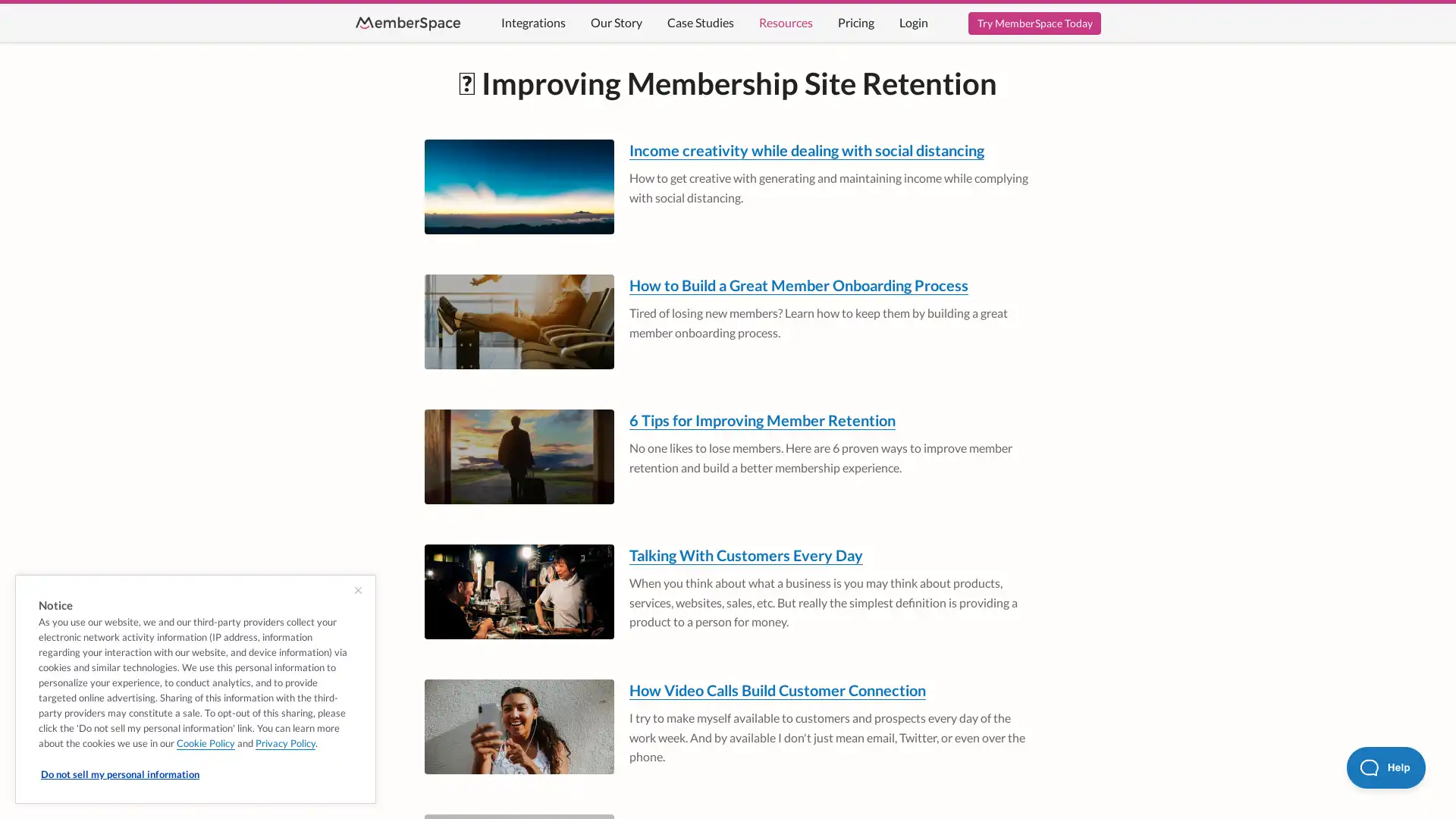 The width and height of the screenshot is (1456, 819). I want to click on consent-close-icon, so click(357, 590).